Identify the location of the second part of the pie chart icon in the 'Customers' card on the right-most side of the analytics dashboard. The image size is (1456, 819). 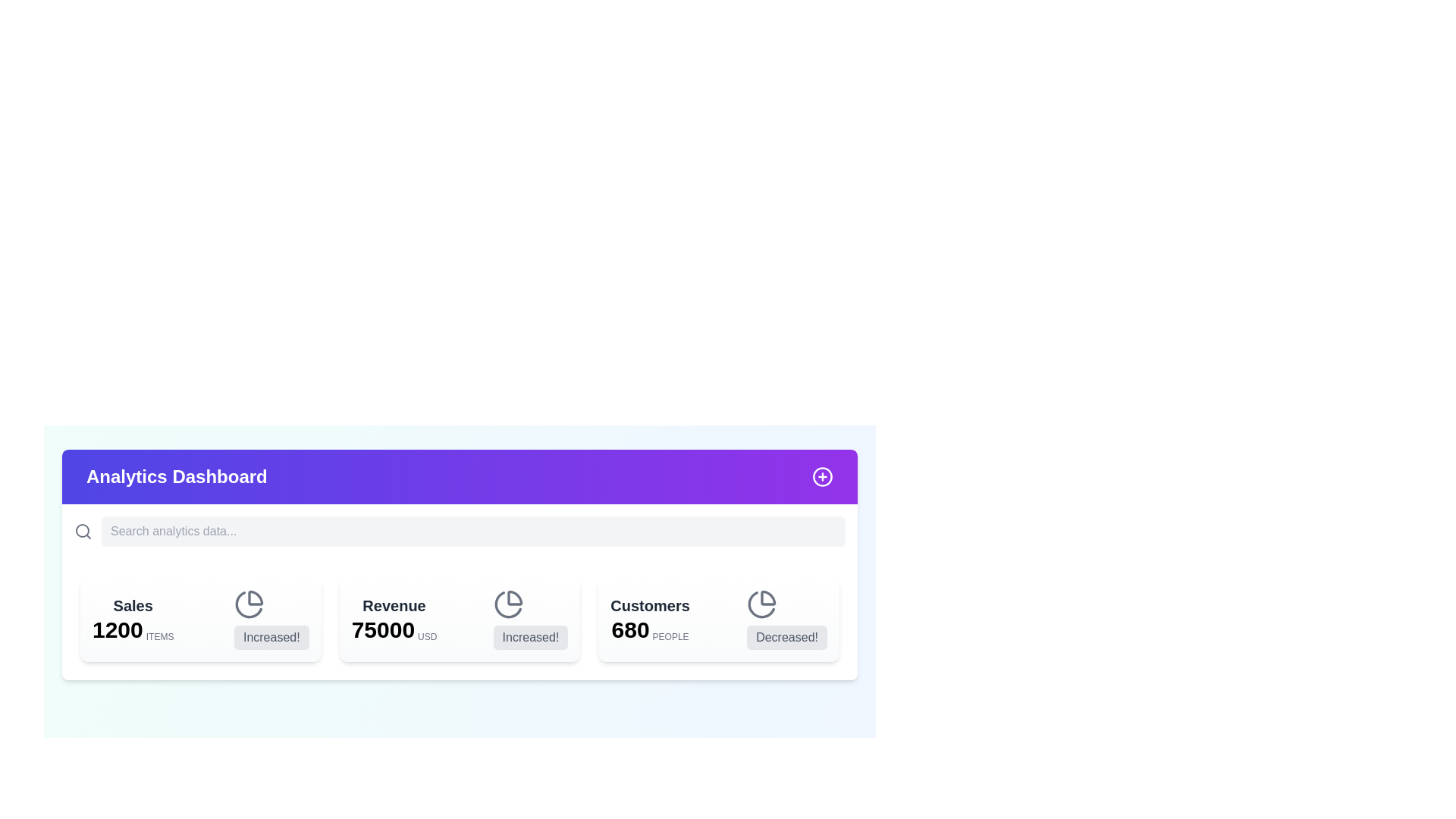
(761, 604).